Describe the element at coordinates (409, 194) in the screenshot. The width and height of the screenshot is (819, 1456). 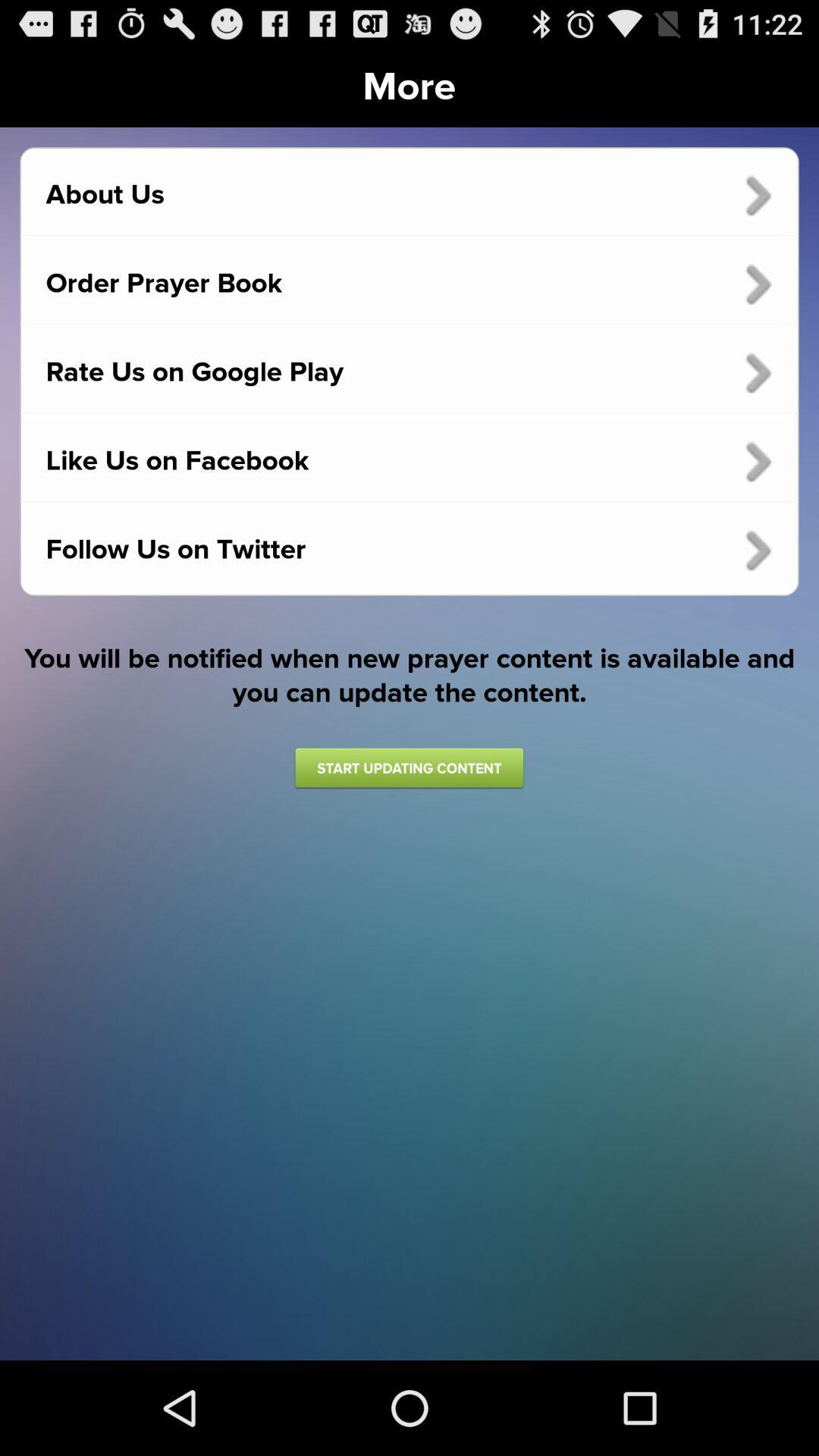
I see `about us app` at that location.